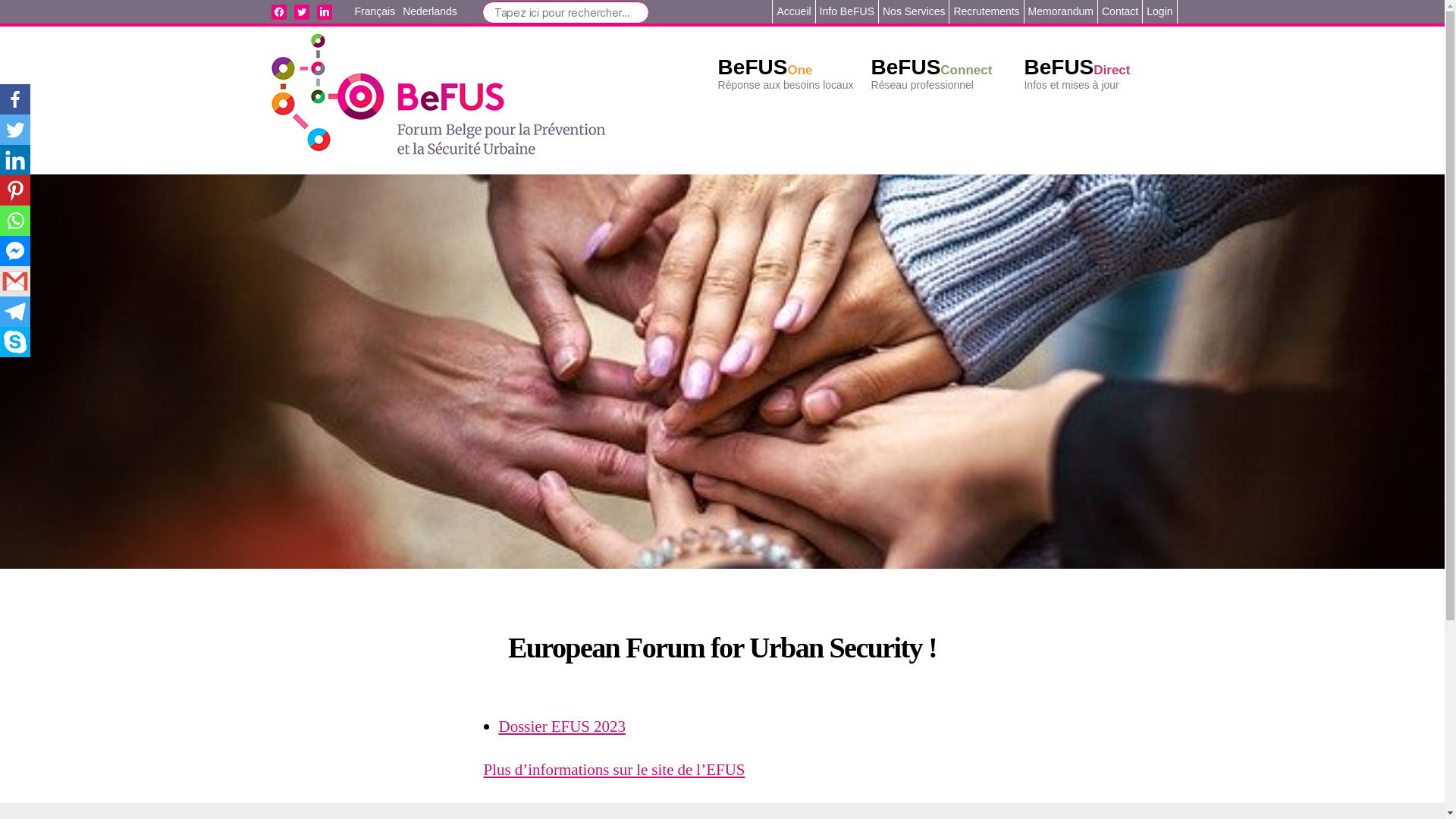  Describe the element at coordinates (986, 11) in the screenshot. I see `'Recrutements'` at that location.